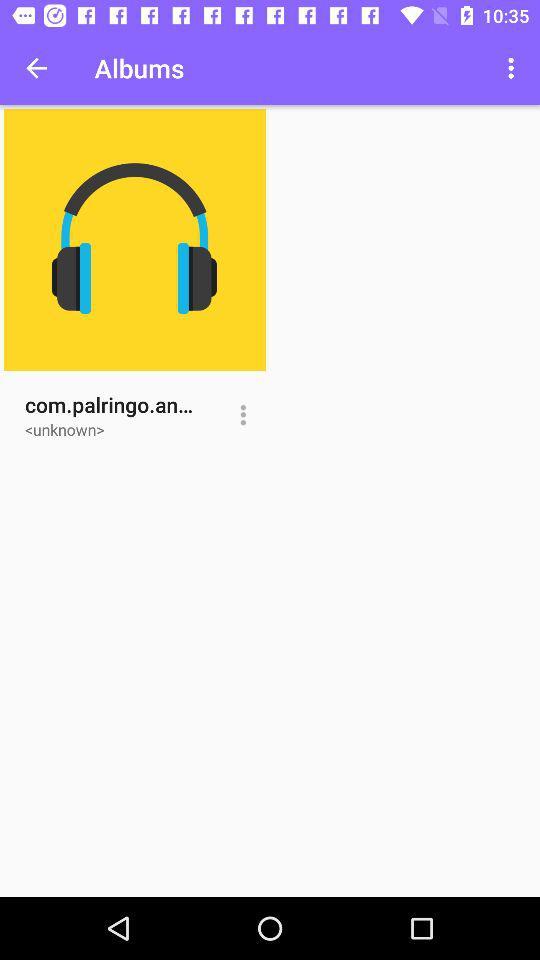 This screenshot has height=960, width=540. I want to click on item to the left of the albums icon, so click(36, 68).